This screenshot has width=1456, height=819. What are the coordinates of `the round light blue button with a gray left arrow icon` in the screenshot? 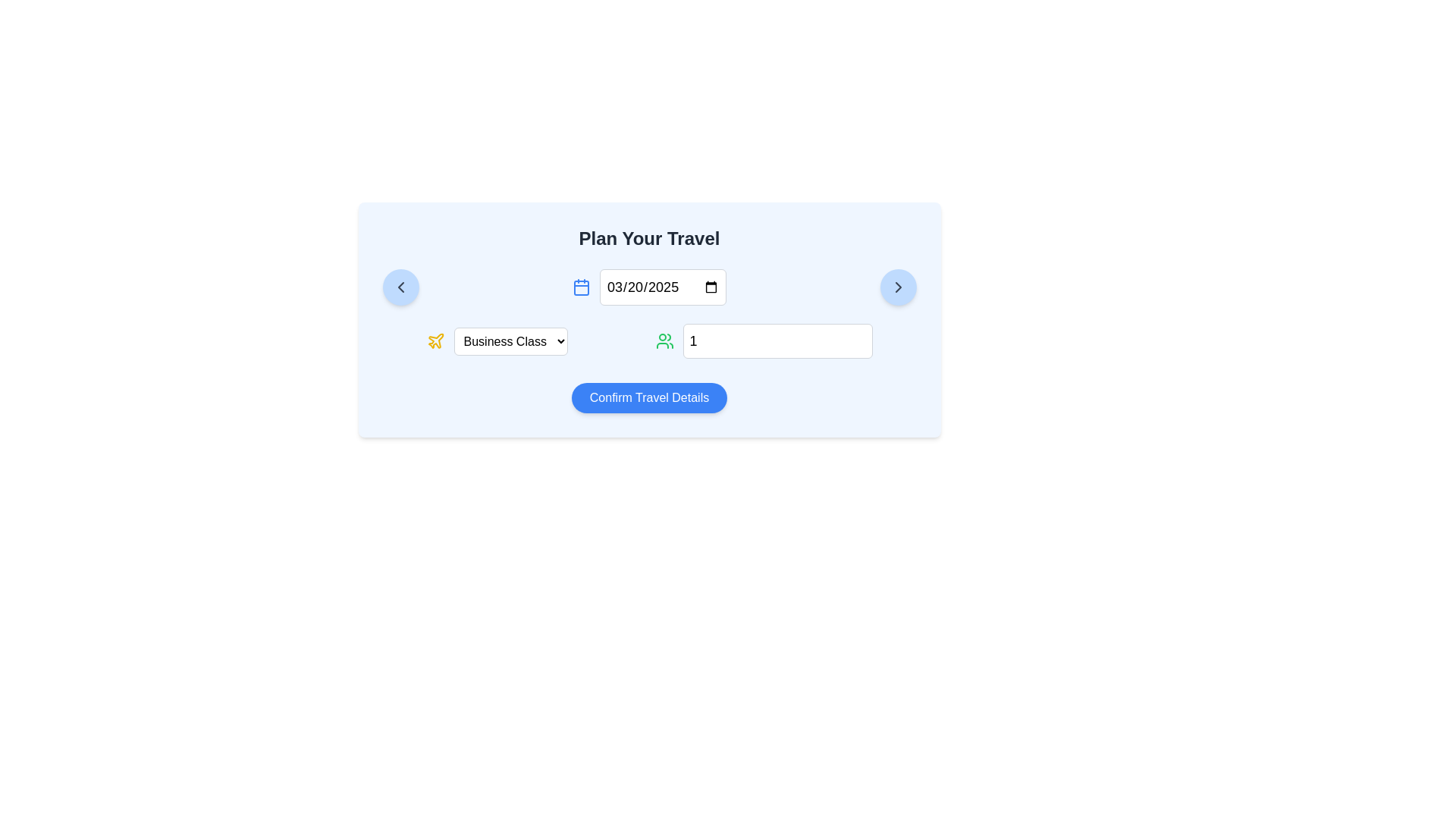 It's located at (400, 287).